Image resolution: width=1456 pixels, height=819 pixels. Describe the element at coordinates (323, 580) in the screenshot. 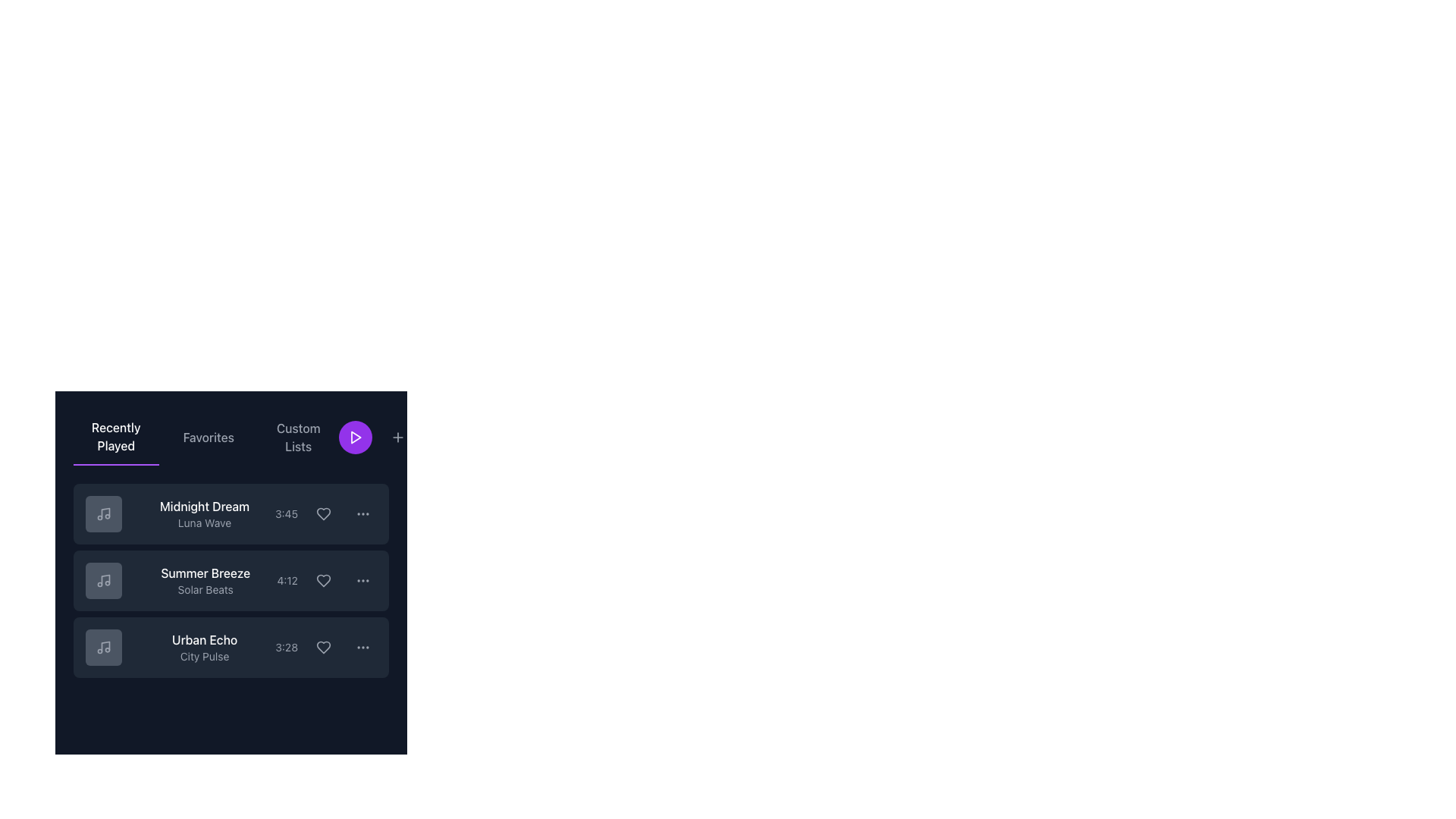

I see `the heart-shaped toggle button icon for the song 'Summer Breeze'` at that location.